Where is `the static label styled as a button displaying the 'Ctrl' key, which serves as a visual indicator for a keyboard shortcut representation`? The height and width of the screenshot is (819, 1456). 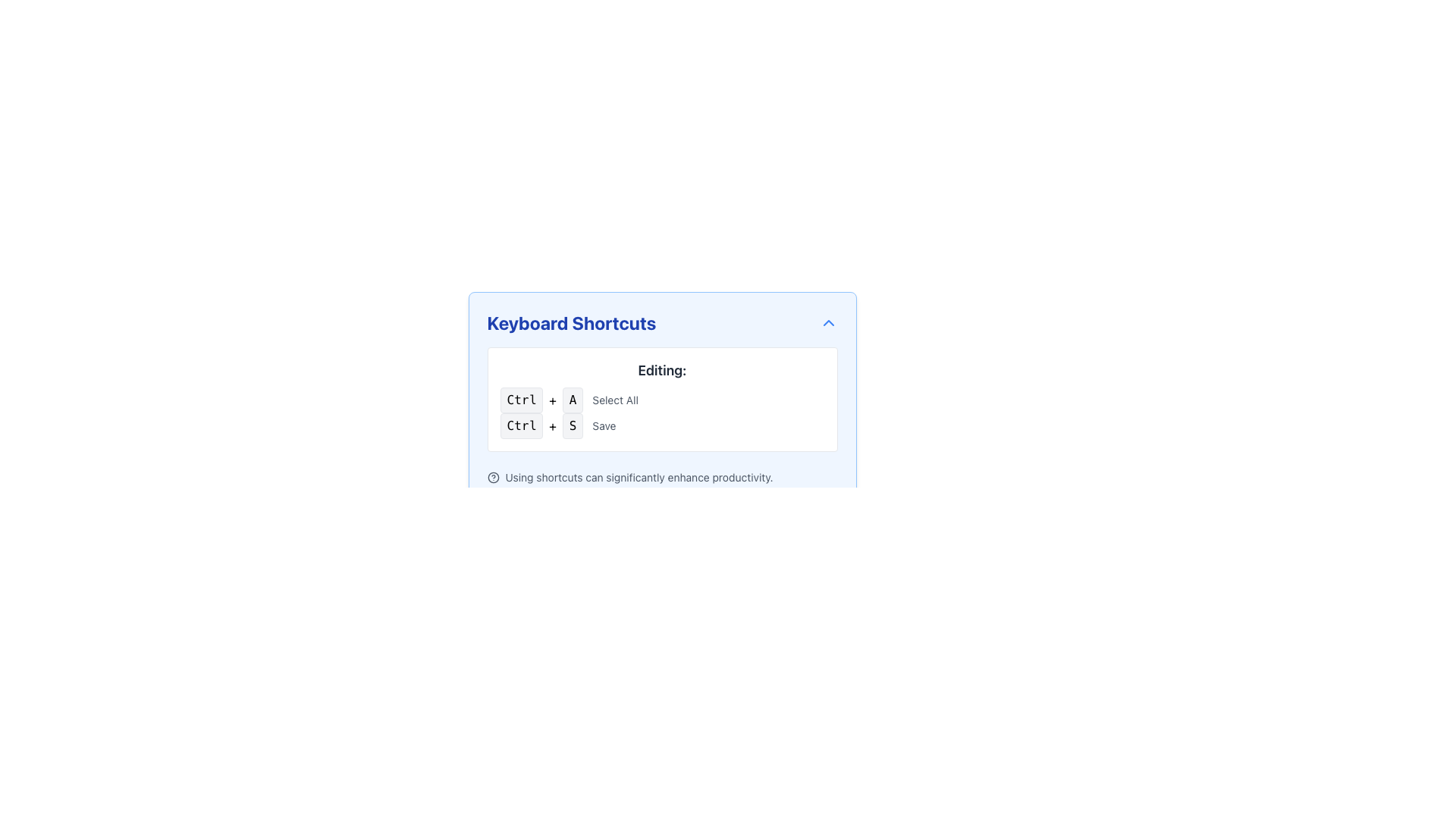
the static label styled as a button displaying the 'Ctrl' key, which serves as a visual indicator for a keyboard shortcut representation is located at coordinates (521, 426).